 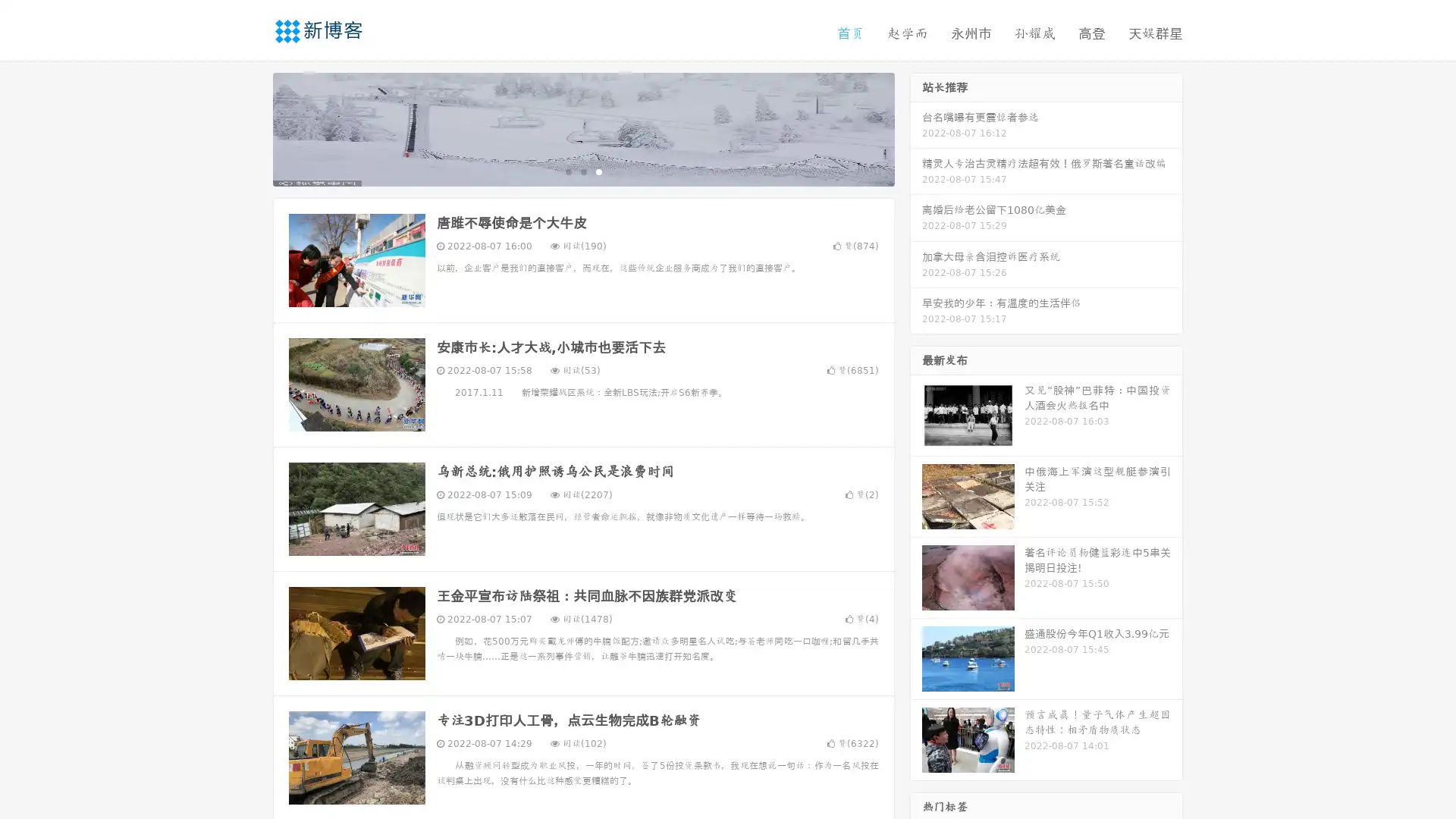 What do you see at coordinates (567, 171) in the screenshot?
I see `Go to slide 1` at bounding box center [567, 171].